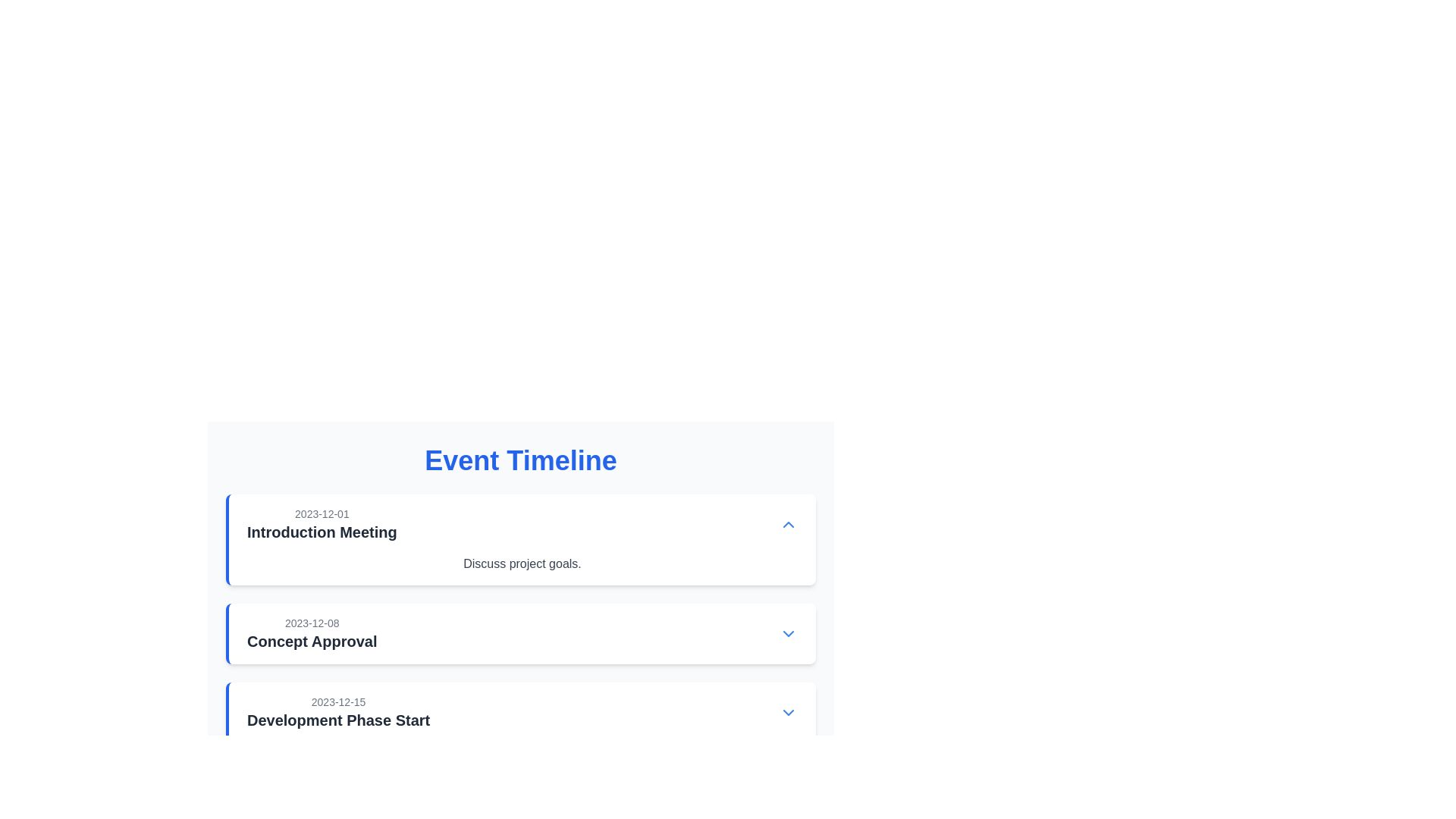 Image resolution: width=1456 pixels, height=819 pixels. What do you see at coordinates (321, 513) in the screenshot?
I see `the text label displaying the date for the 'Introduction Meeting' event, positioned above the event title on the left side of the timeline UI` at bounding box center [321, 513].